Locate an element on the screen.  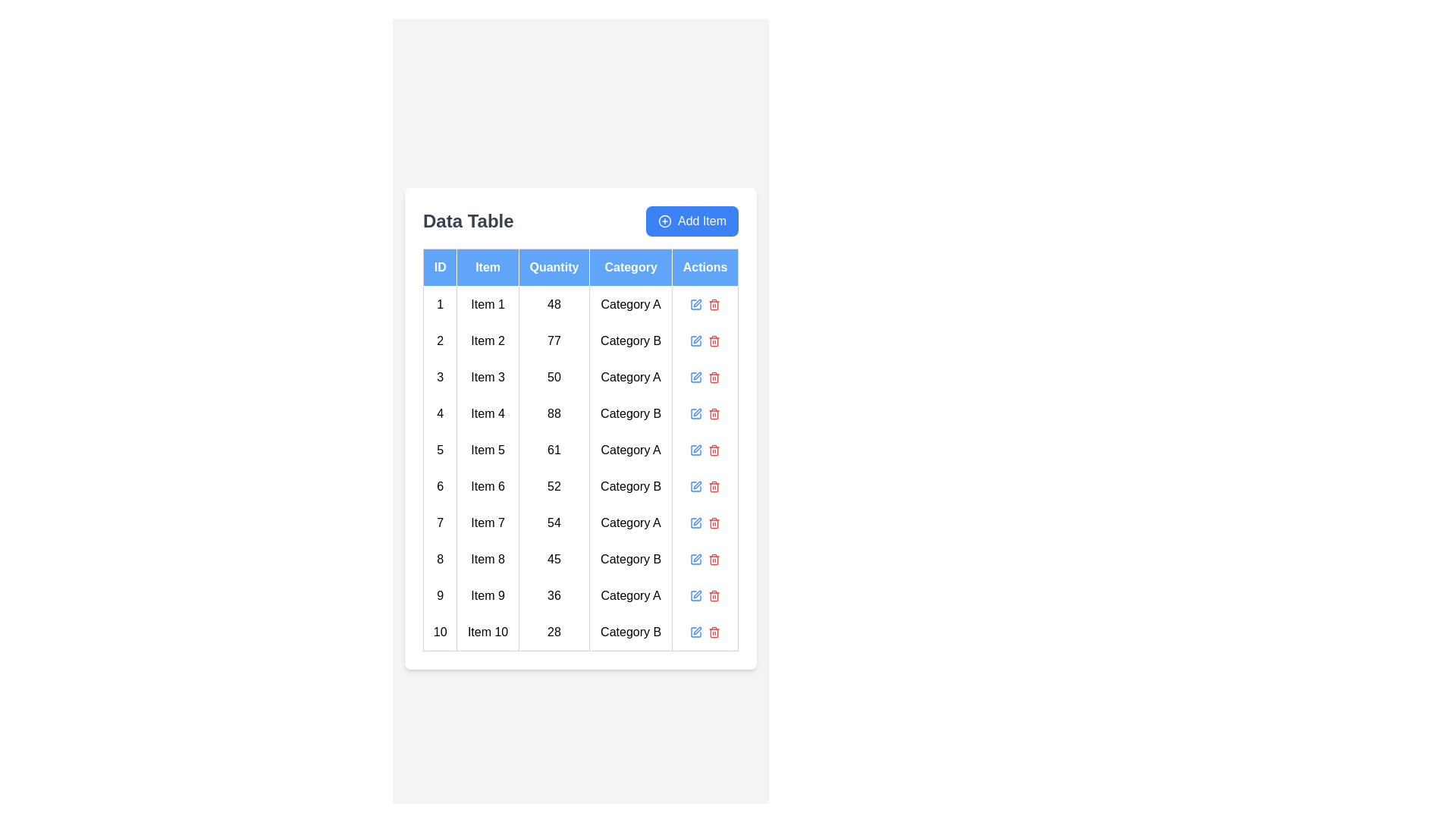
the blue edit icon in the actions column of the first row of the data table is located at coordinates (704, 304).